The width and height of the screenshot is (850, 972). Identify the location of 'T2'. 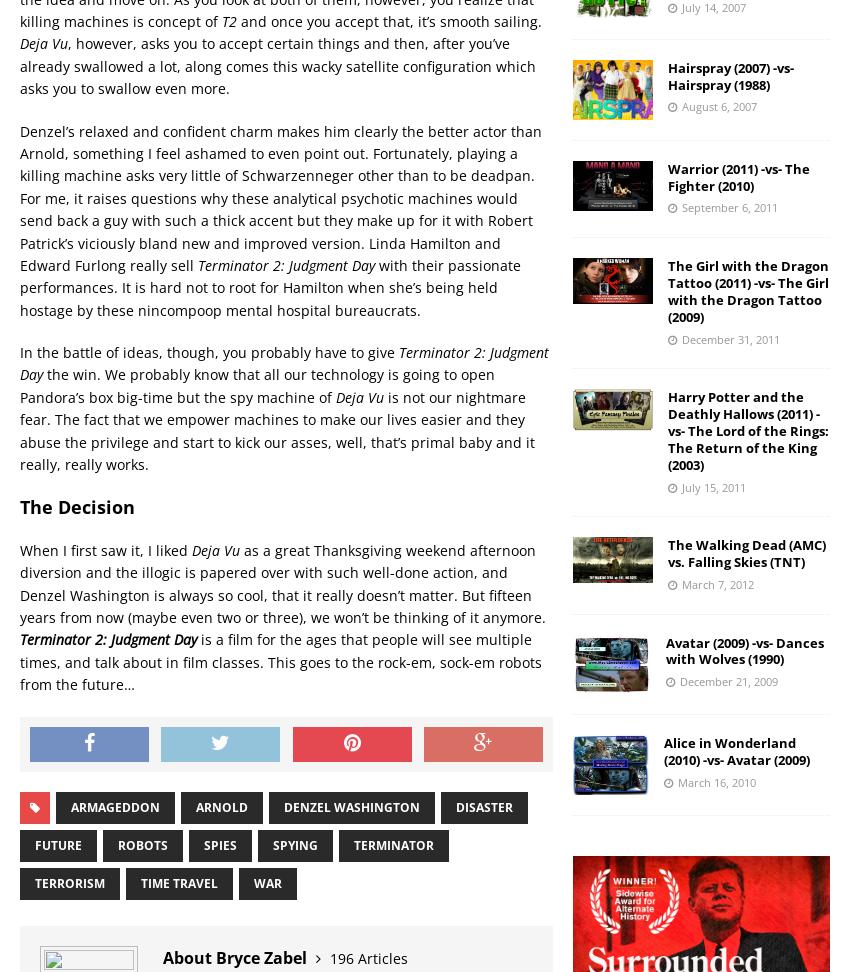
(229, 21).